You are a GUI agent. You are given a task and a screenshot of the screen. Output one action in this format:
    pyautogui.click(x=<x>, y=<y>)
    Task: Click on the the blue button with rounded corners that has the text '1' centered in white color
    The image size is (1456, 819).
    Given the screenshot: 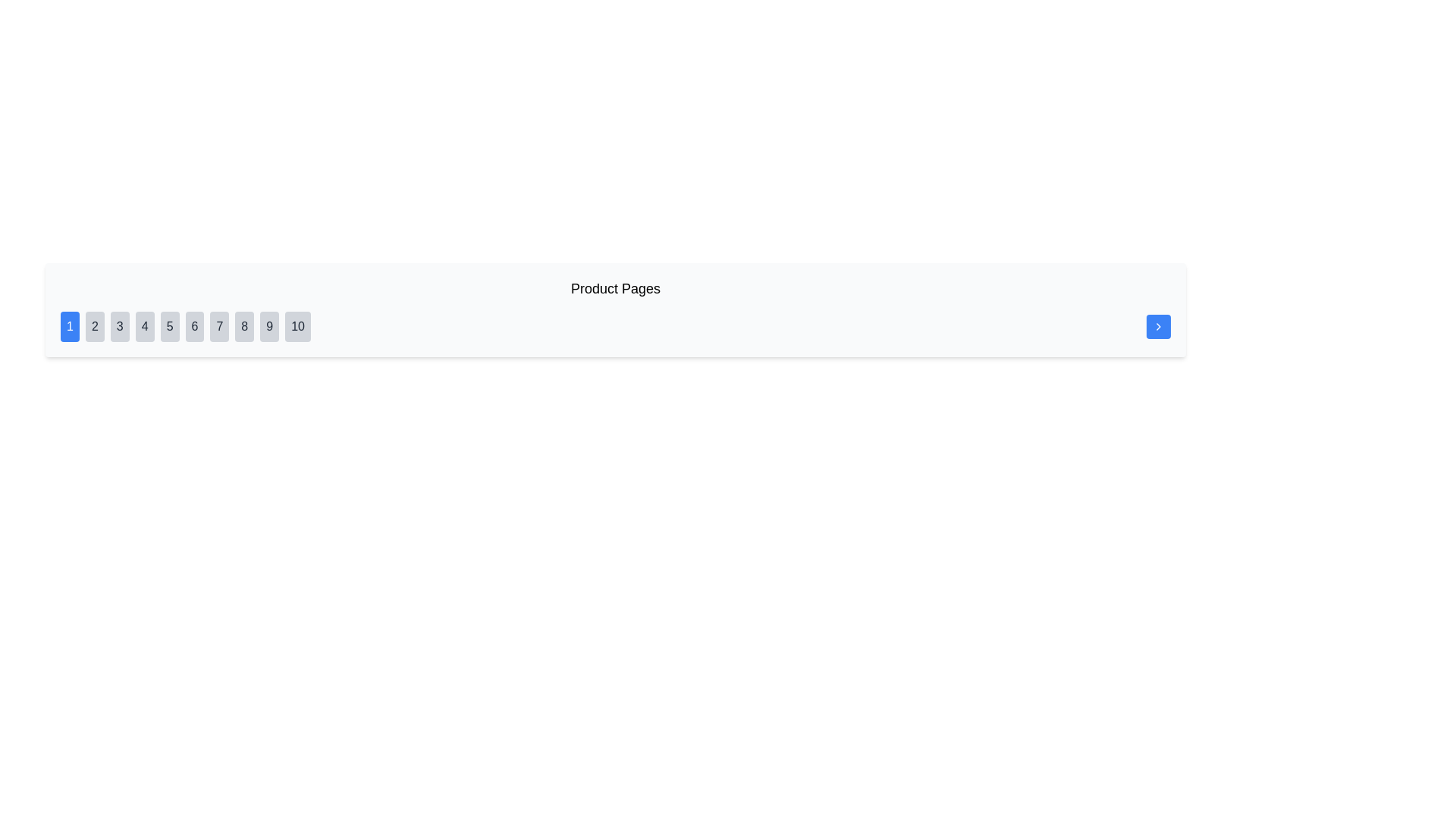 What is the action you would take?
    pyautogui.click(x=69, y=326)
    